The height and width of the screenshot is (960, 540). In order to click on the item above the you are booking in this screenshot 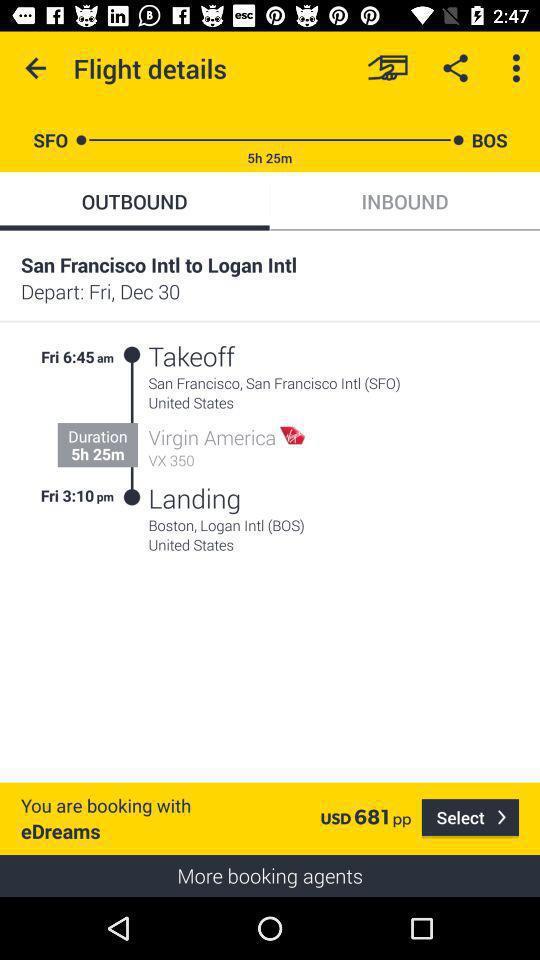, I will do `click(132, 426)`.